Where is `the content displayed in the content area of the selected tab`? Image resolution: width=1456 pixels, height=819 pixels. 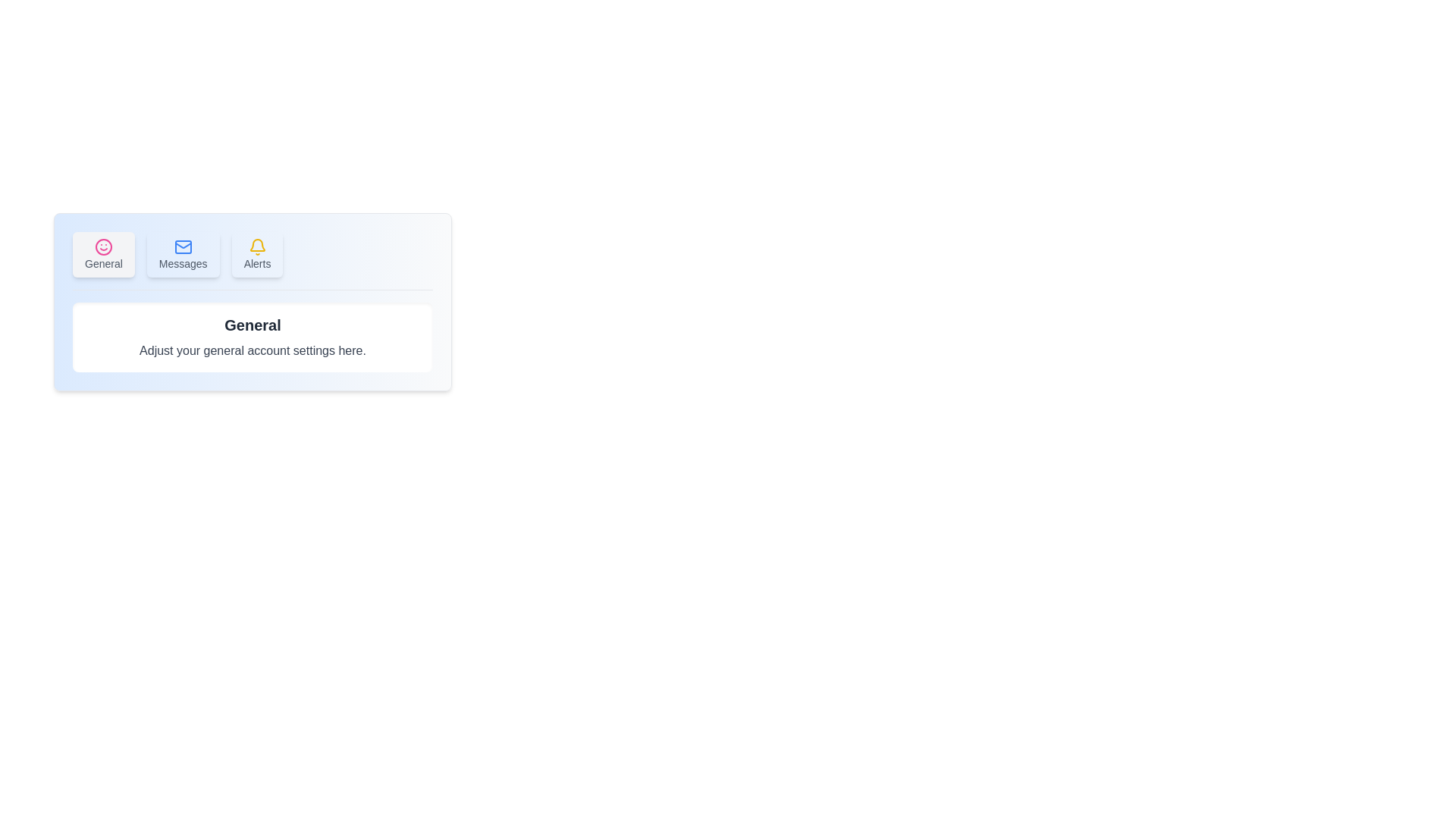
the content displayed in the content area of the selected tab is located at coordinates (253, 336).